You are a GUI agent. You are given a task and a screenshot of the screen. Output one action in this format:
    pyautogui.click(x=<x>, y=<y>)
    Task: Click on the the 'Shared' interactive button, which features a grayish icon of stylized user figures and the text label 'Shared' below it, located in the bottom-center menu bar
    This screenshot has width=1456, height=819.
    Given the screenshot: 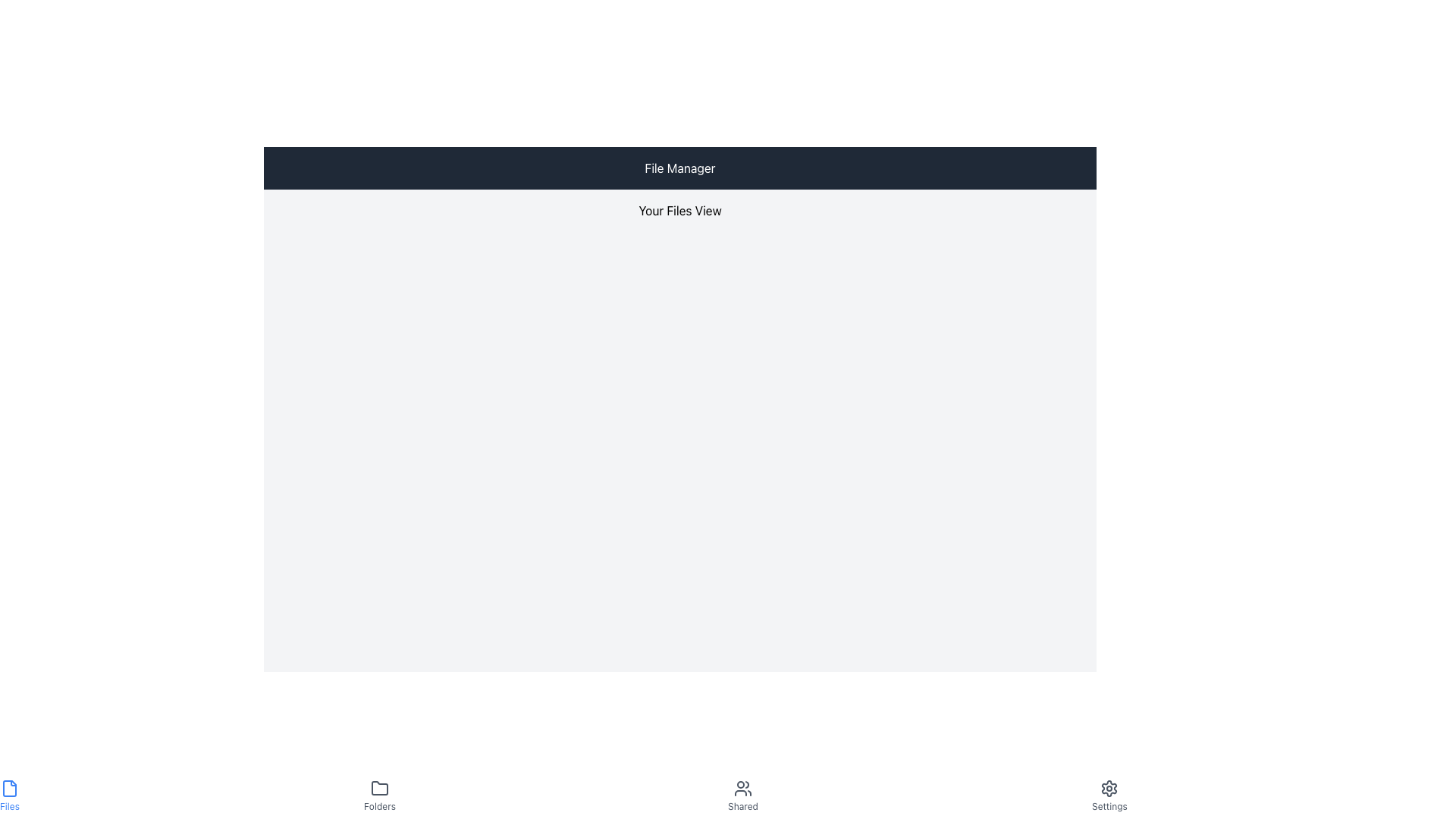 What is the action you would take?
    pyautogui.click(x=742, y=795)
    